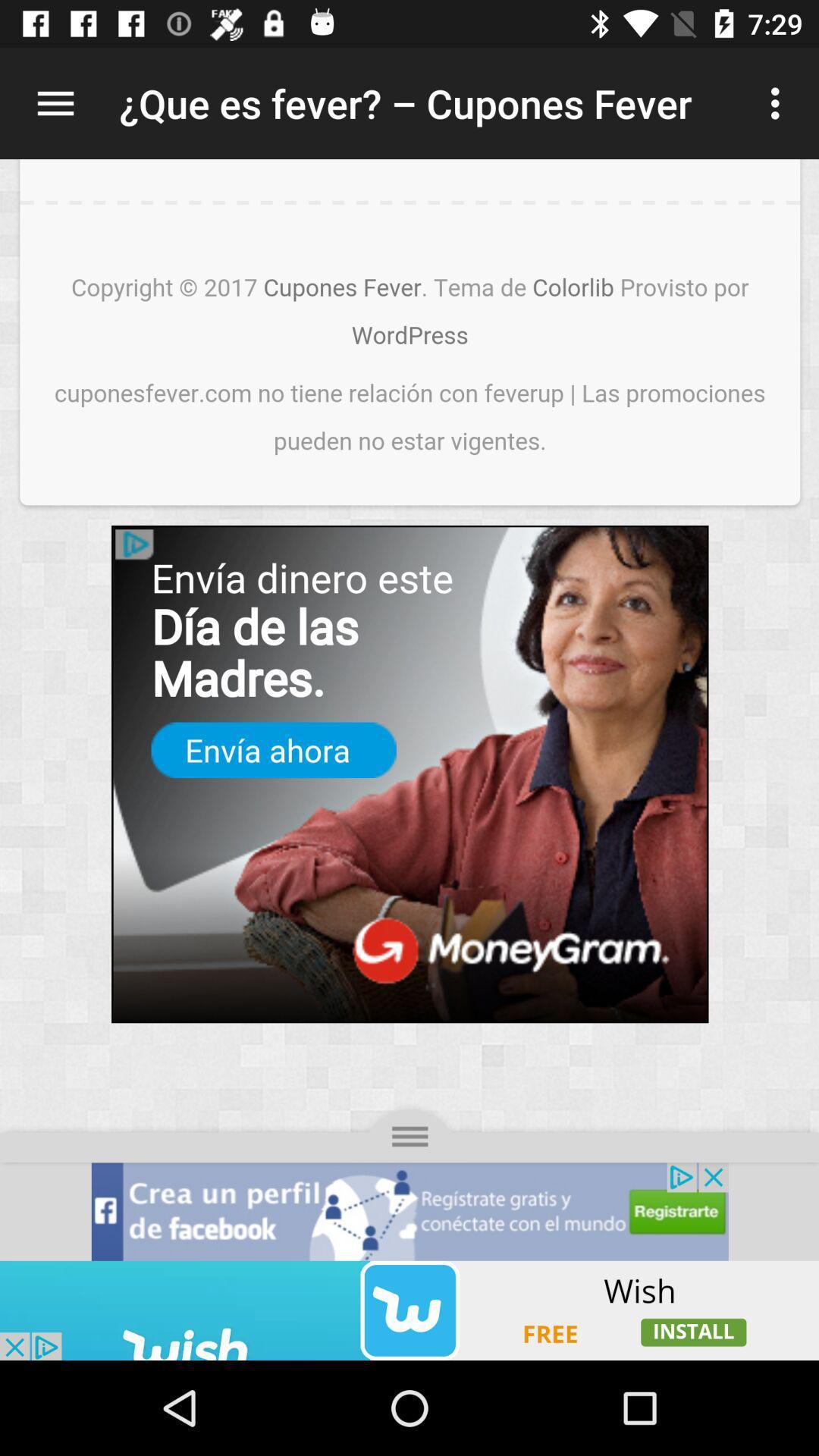 The image size is (819, 1456). What do you see at coordinates (409, 709) in the screenshot?
I see `moneygram page` at bounding box center [409, 709].